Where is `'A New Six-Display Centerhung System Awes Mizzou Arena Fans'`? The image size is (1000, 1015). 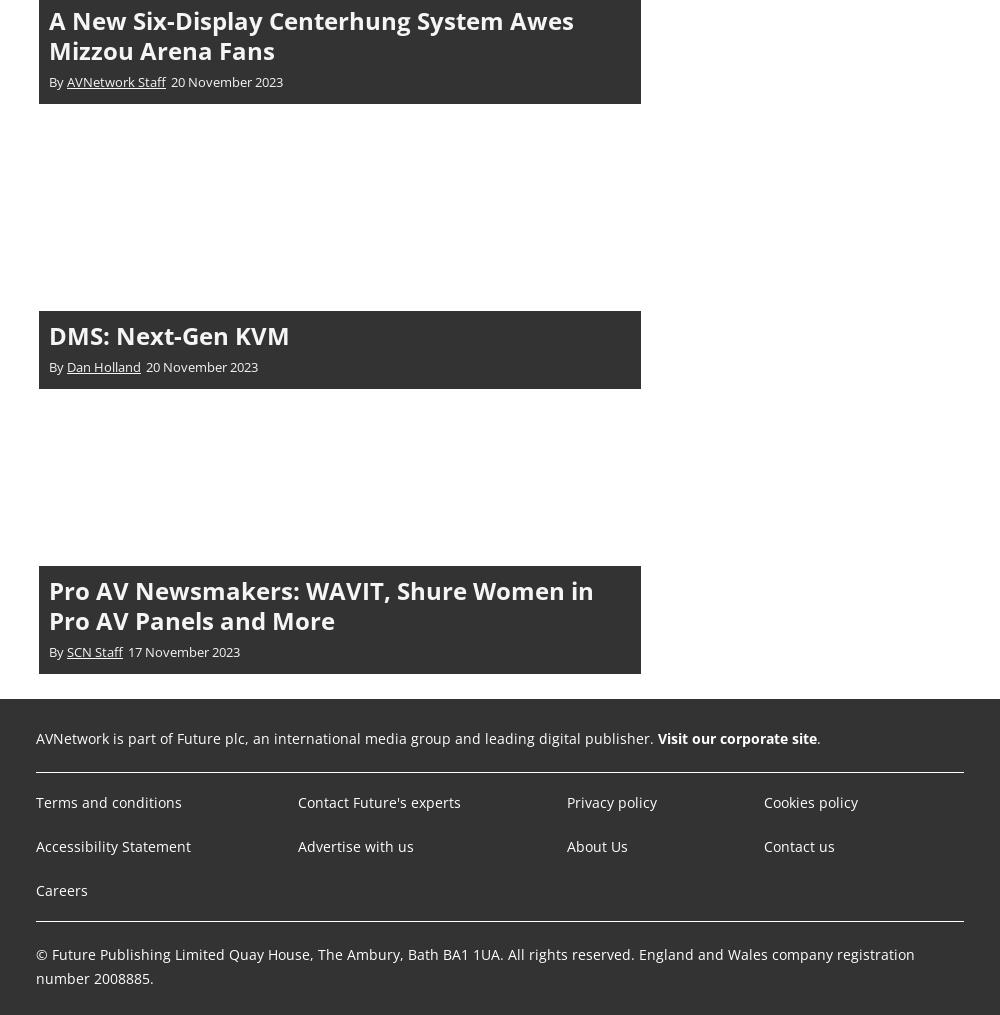
'A New Six-Display Centerhung System Awes Mizzou Arena Fans' is located at coordinates (49, 33).